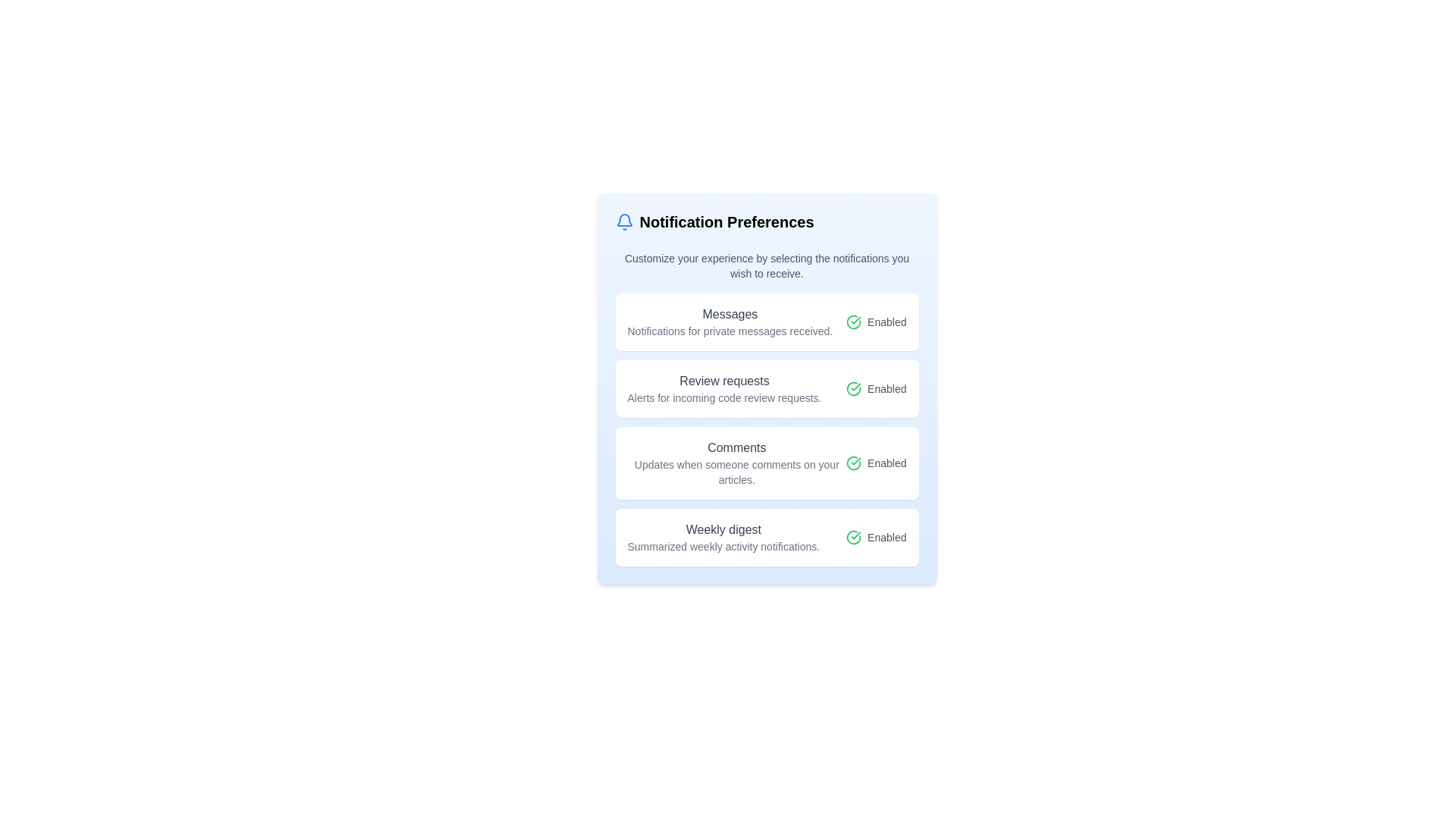 The width and height of the screenshot is (1456, 819). What do you see at coordinates (723, 529) in the screenshot?
I see `the 'Weekly digest' label, which is a medium-weight gray text block located below the 'Comments' section and above the descriptive text in the notification preferences` at bounding box center [723, 529].